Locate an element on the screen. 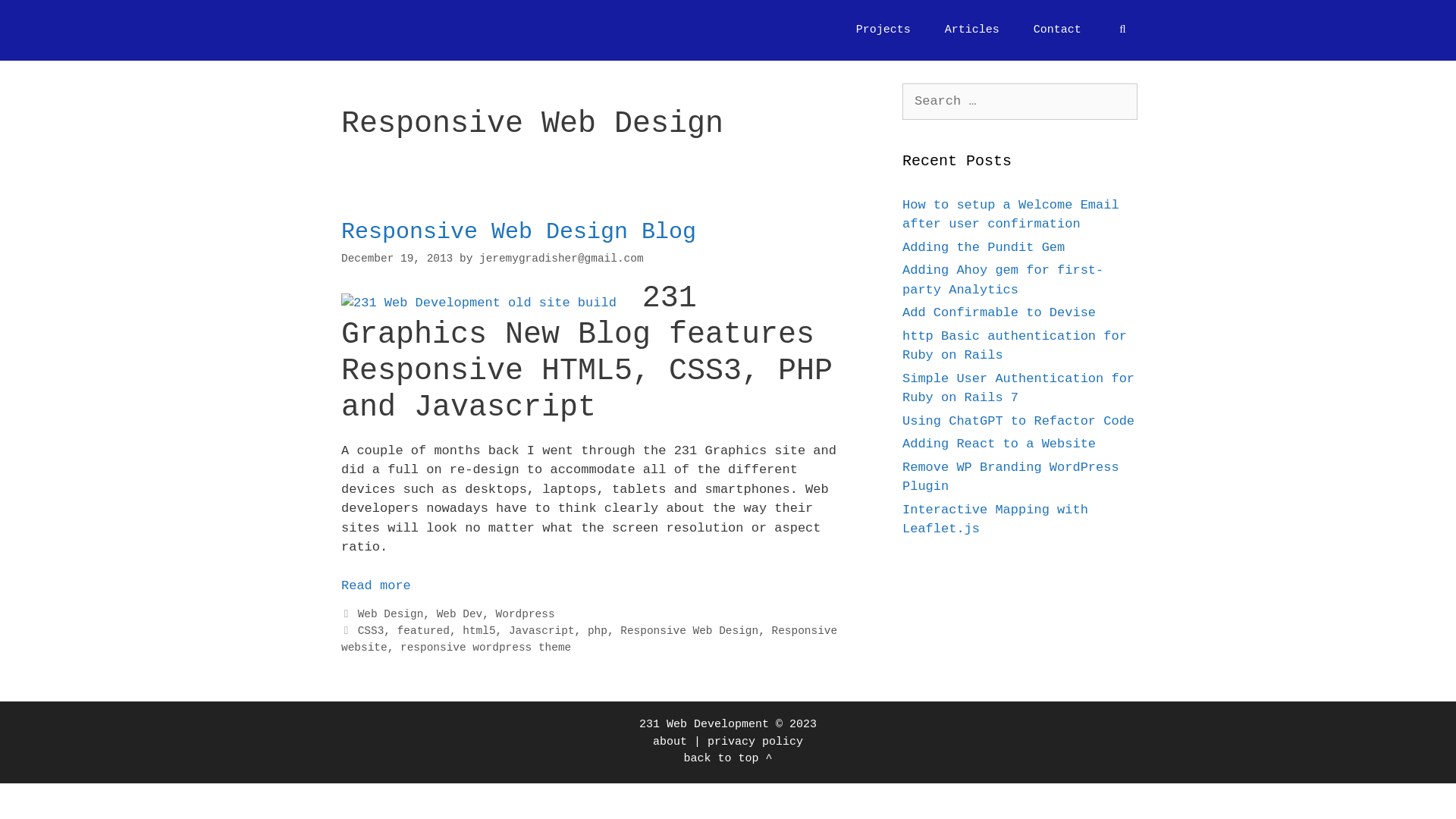 This screenshot has width=1456, height=819. 'How to setup a Welcome Email after user confirmation' is located at coordinates (1011, 214).